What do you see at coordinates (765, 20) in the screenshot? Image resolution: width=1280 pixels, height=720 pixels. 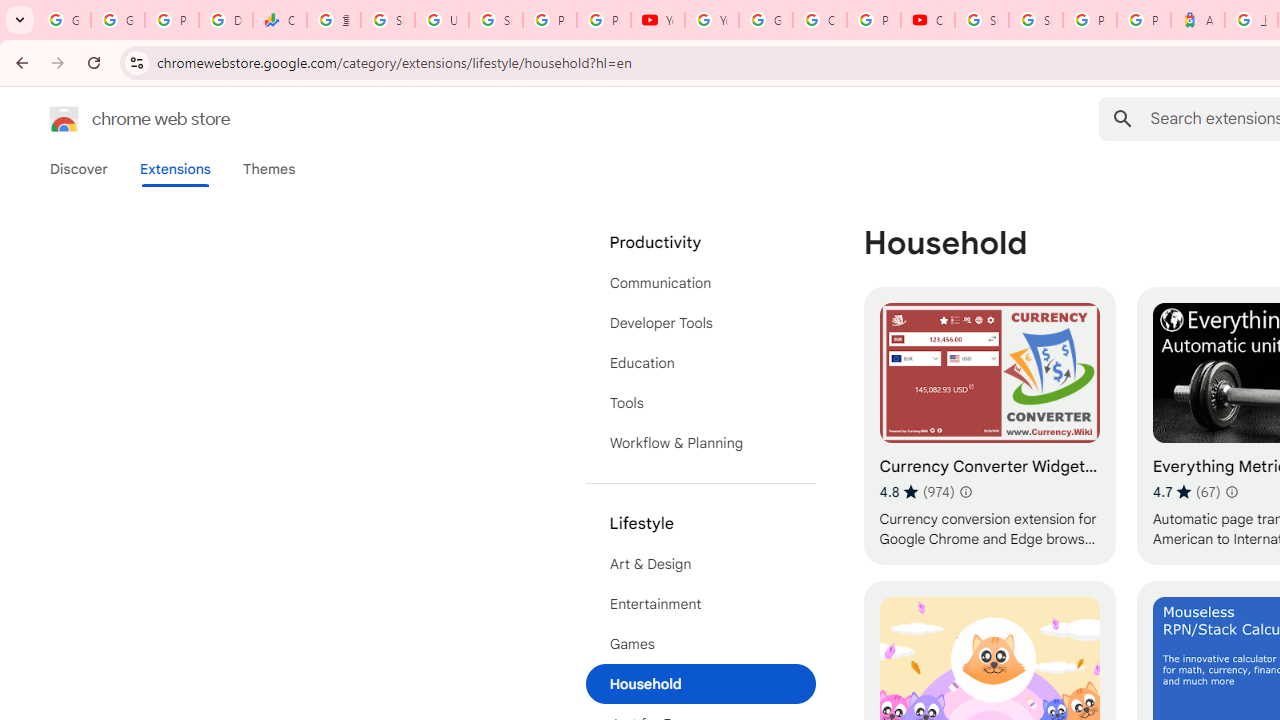 I see `'Google Account Help'` at bounding box center [765, 20].